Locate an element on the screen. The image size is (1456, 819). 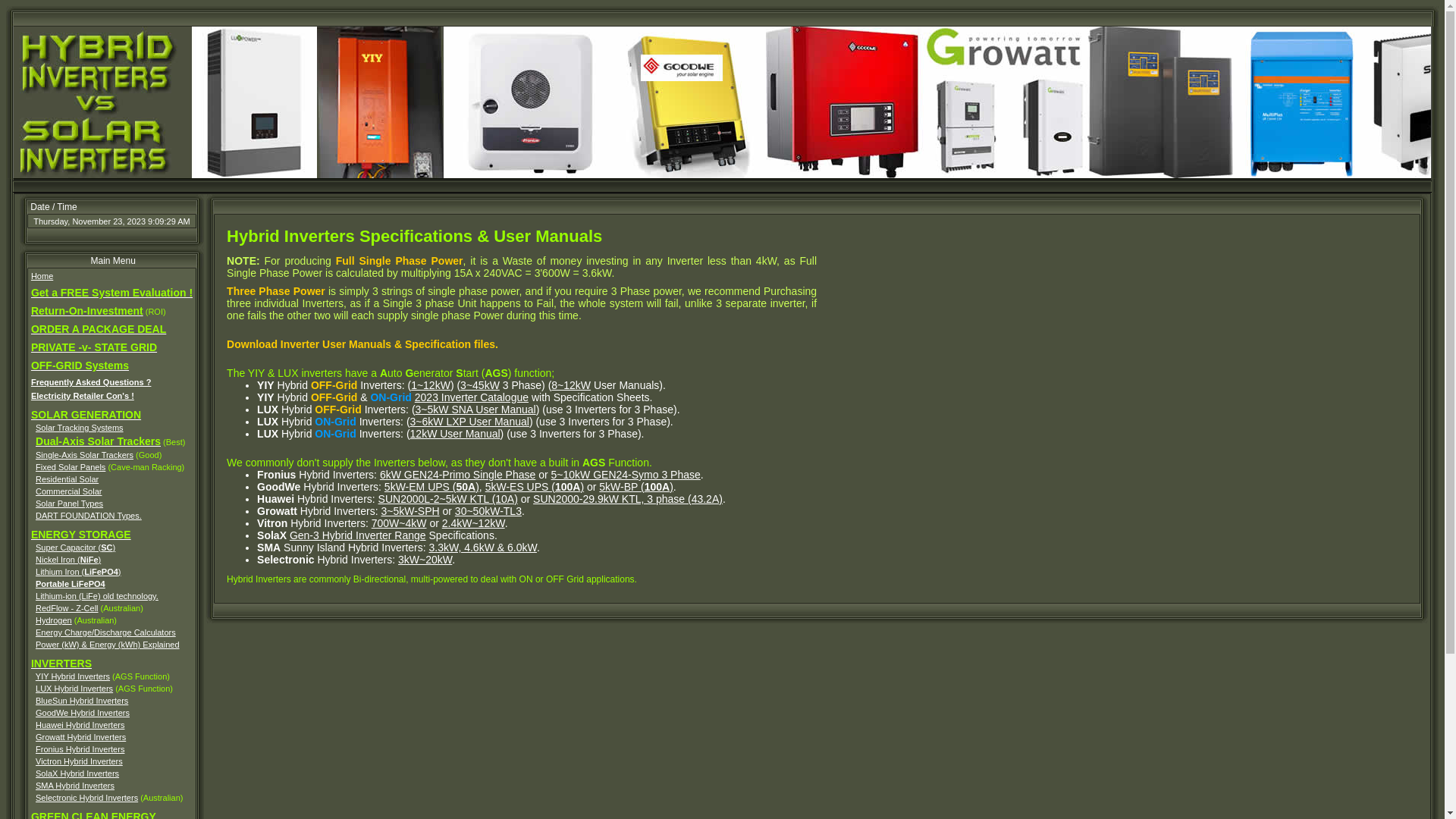
'SUN2000L-2~5kW KTL (10A)' is located at coordinates (447, 499).